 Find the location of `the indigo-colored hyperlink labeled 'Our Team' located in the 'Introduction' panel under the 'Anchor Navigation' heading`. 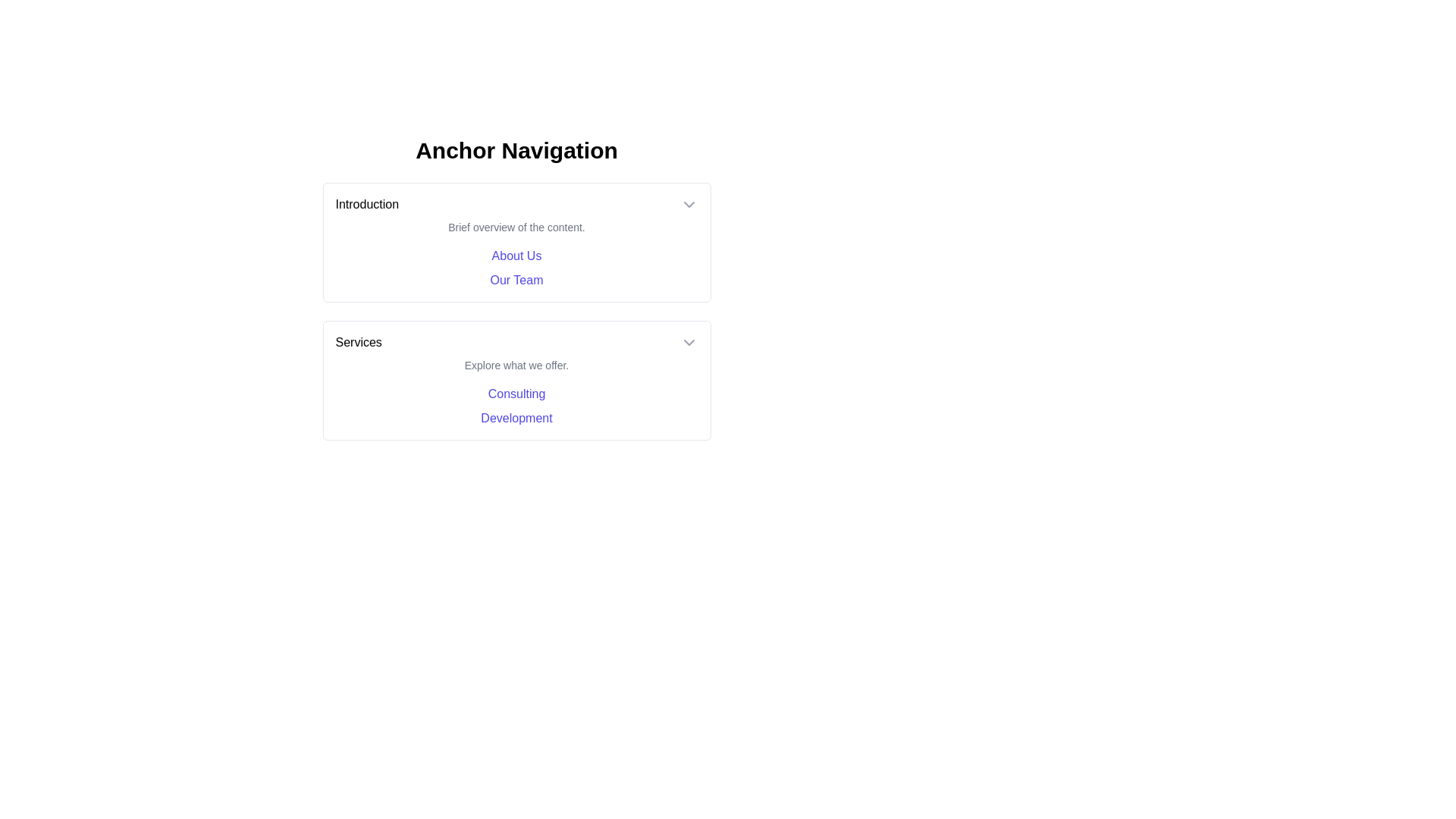

the indigo-colored hyperlink labeled 'Our Team' located in the 'Introduction' panel under the 'Anchor Navigation' heading is located at coordinates (516, 280).